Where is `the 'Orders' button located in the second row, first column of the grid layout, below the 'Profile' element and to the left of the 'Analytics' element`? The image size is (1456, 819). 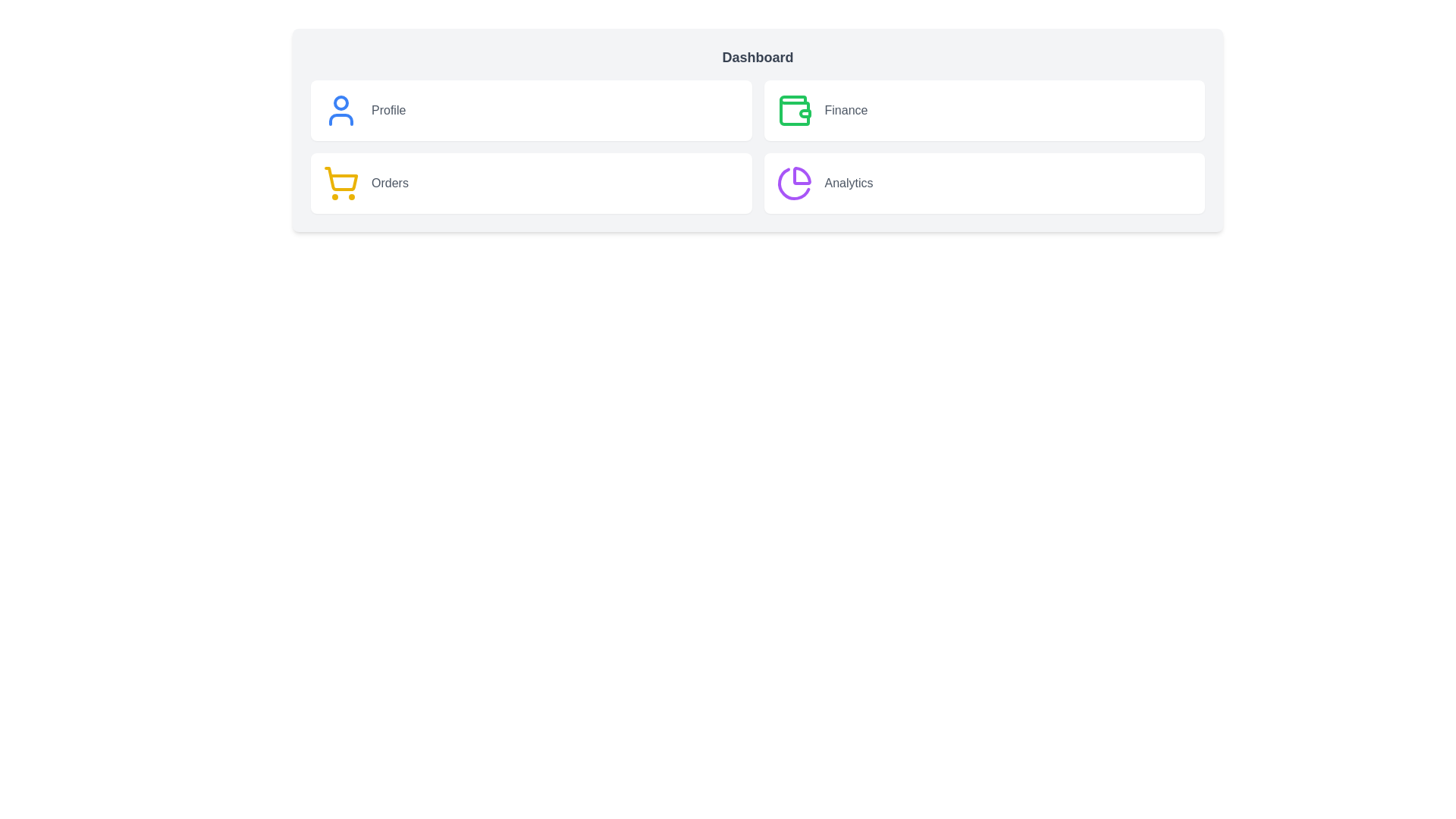
the 'Orders' button located in the second row, first column of the grid layout, below the 'Profile' element and to the left of the 'Analytics' element is located at coordinates (531, 183).